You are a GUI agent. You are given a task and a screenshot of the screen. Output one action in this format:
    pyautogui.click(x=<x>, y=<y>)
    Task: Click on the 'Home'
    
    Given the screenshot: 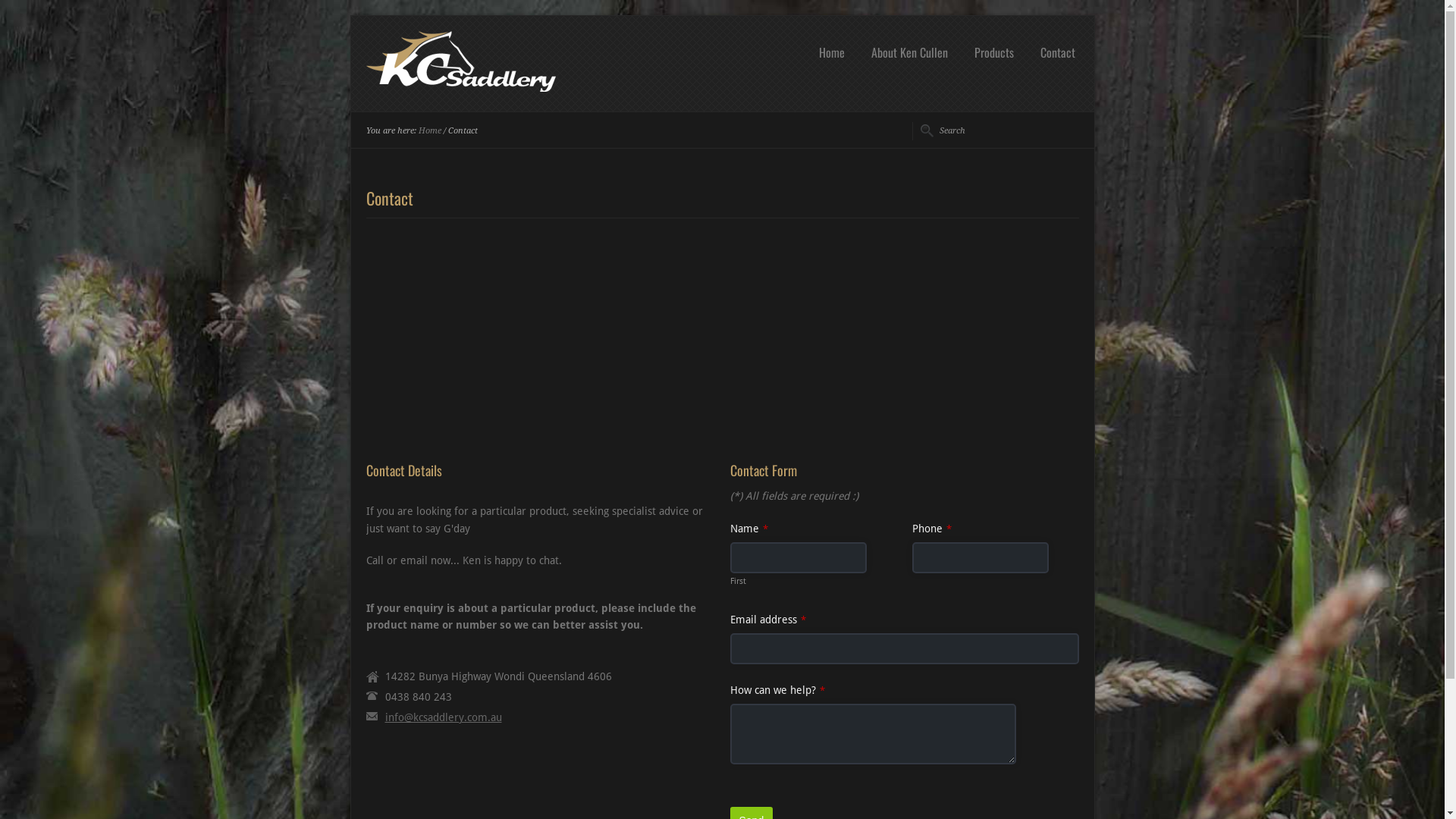 What is the action you would take?
    pyautogui.click(x=428, y=130)
    